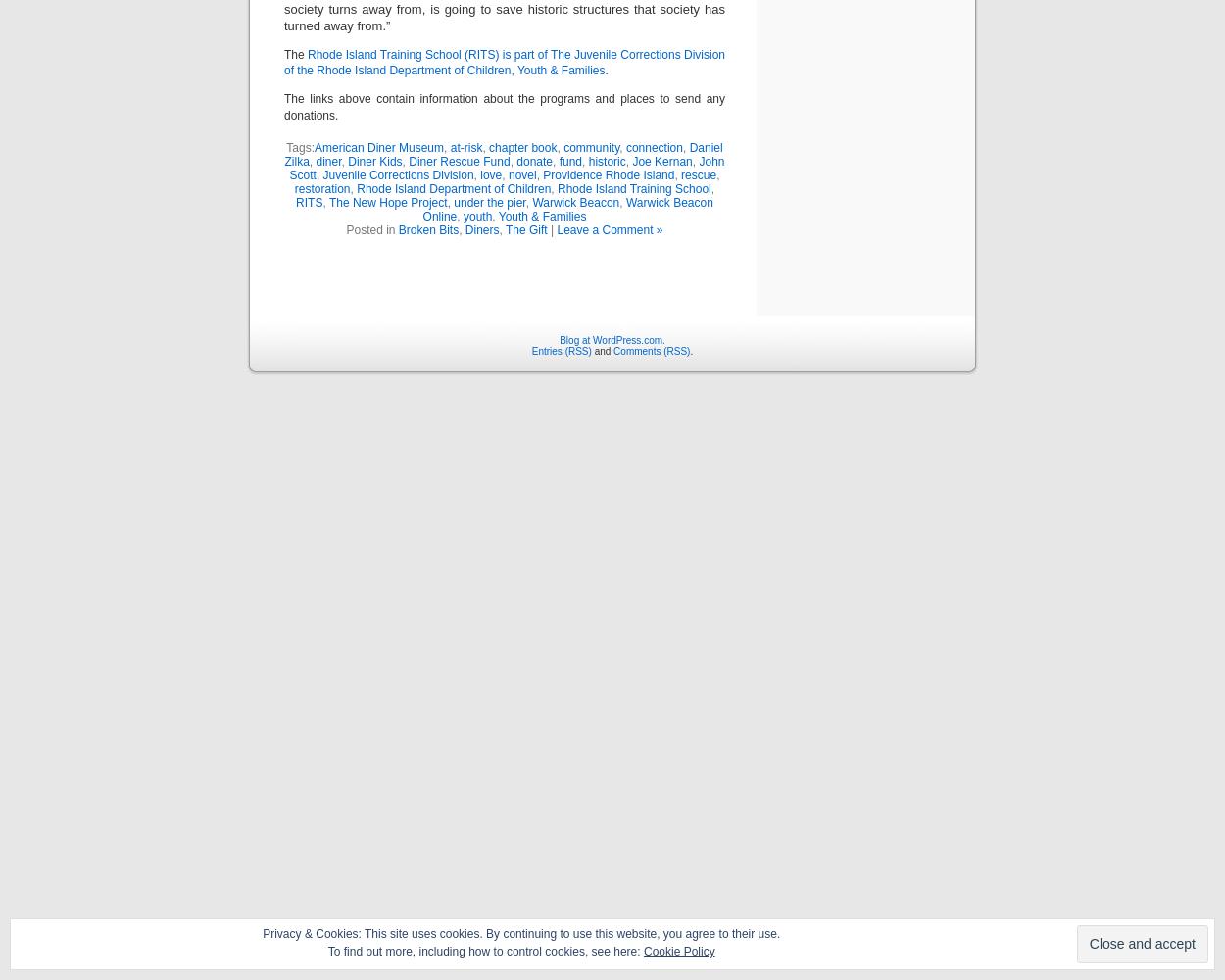  I want to click on 'chapter book', so click(522, 147).